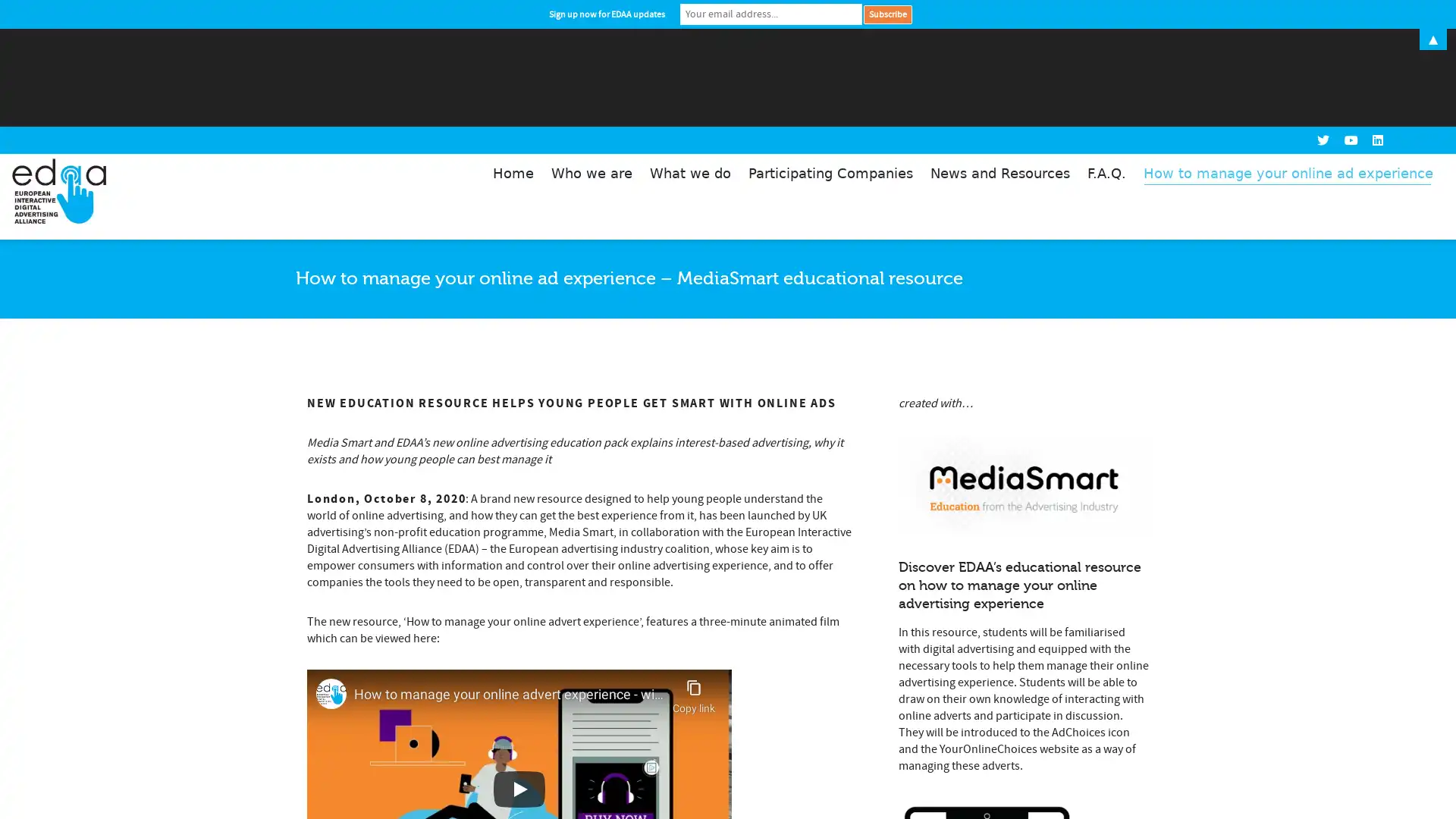 The height and width of the screenshot is (819, 1456). I want to click on Subscribe, so click(887, 14).